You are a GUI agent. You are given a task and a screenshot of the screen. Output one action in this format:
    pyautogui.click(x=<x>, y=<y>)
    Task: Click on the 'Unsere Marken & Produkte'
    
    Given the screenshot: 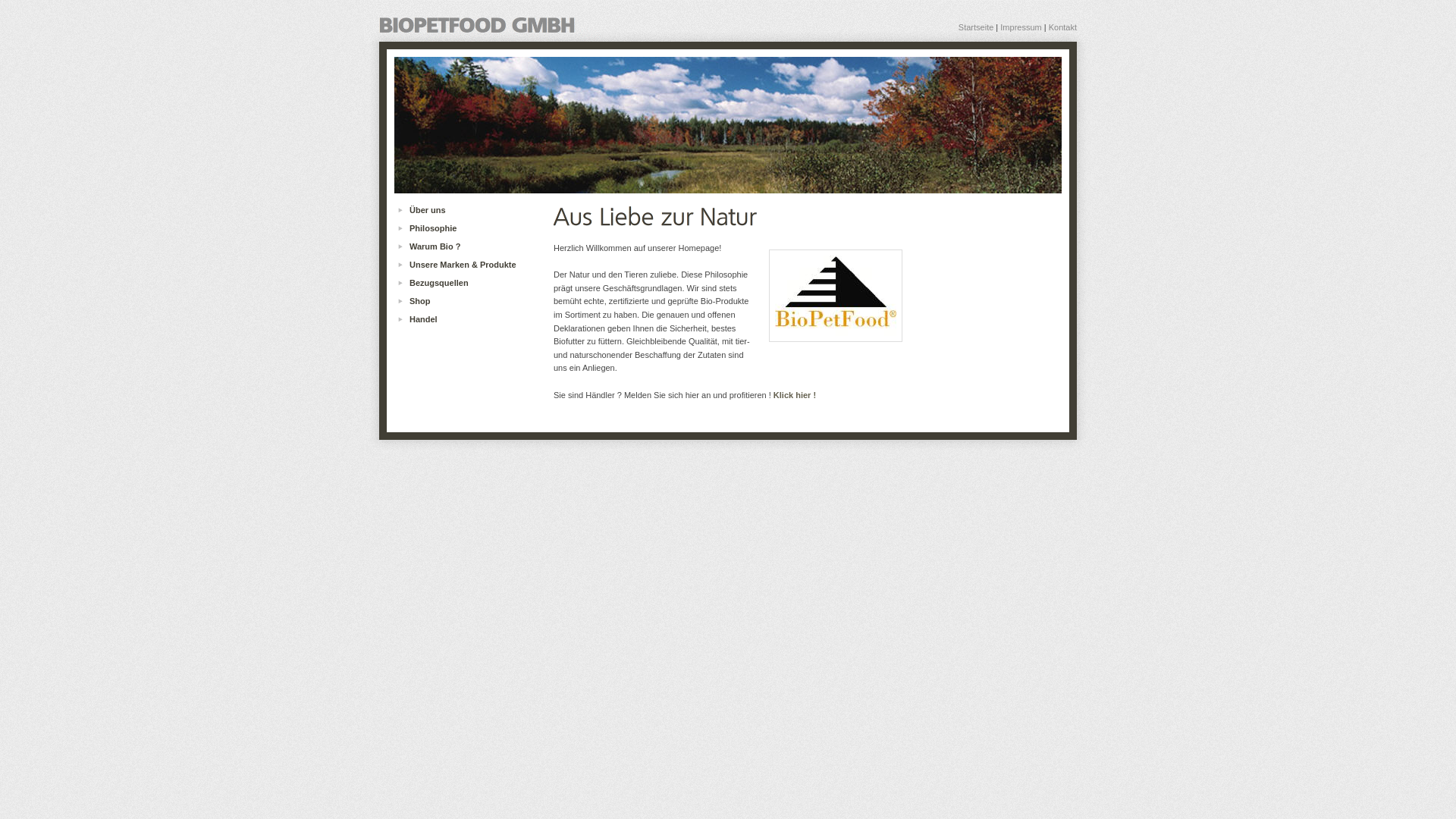 What is the action you would take?
    pyautogui.click(x=469, y=263)
    